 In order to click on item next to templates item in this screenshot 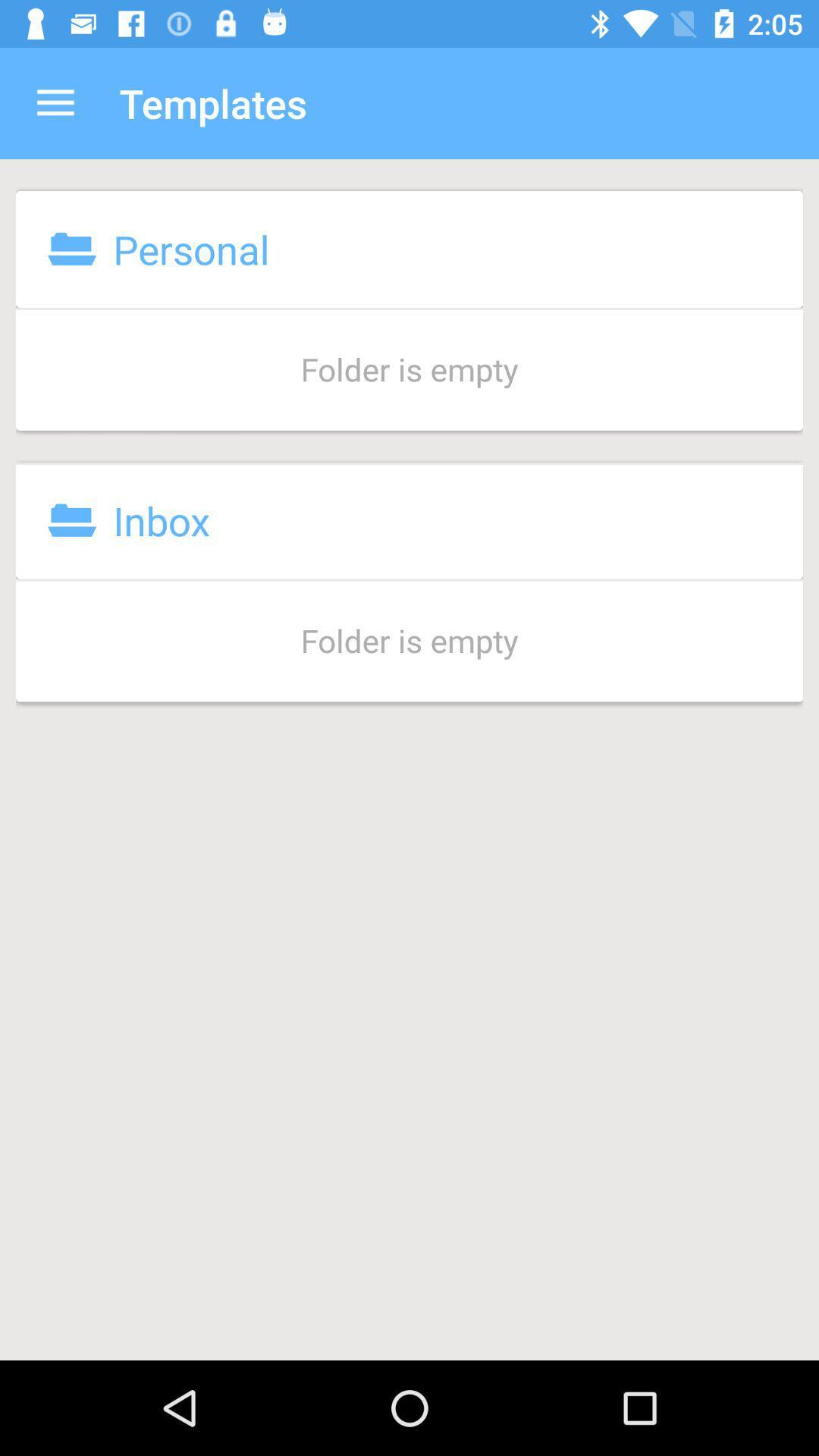, I will do `click(55, 102)`.